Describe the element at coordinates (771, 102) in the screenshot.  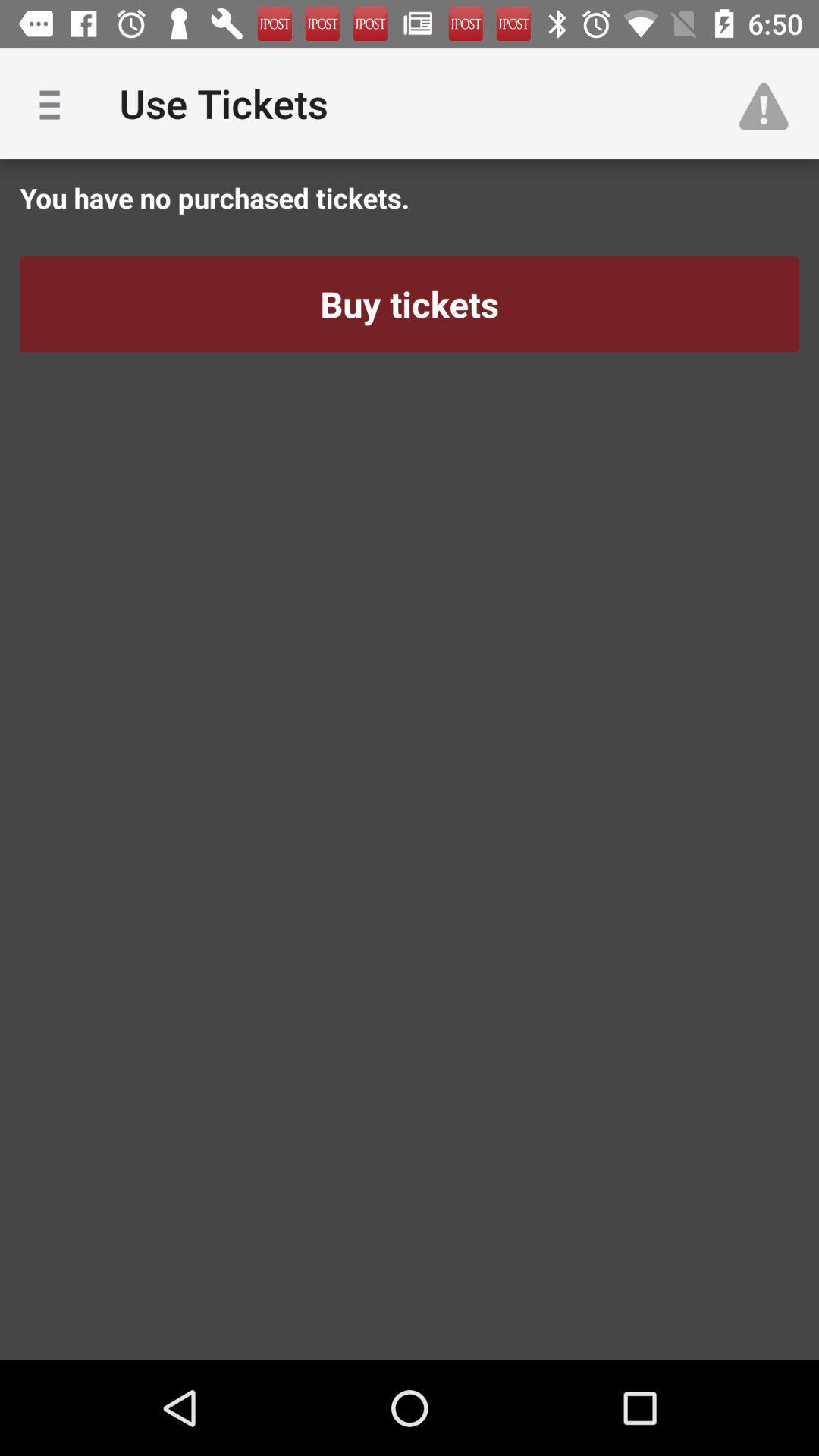
I see `the item above you have no item` at that location.